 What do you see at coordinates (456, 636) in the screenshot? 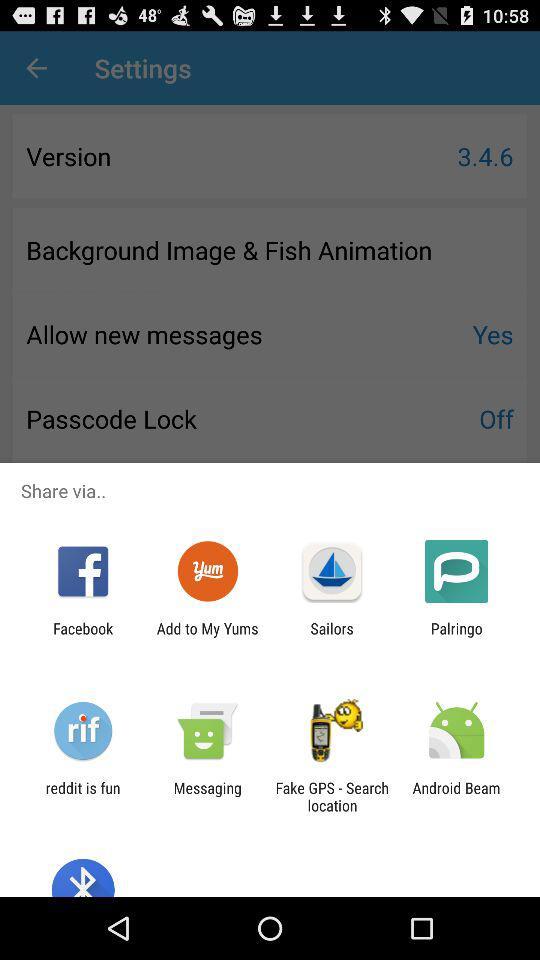
I see `the icon to the right of the sailors` at bounding box center [456, 636].